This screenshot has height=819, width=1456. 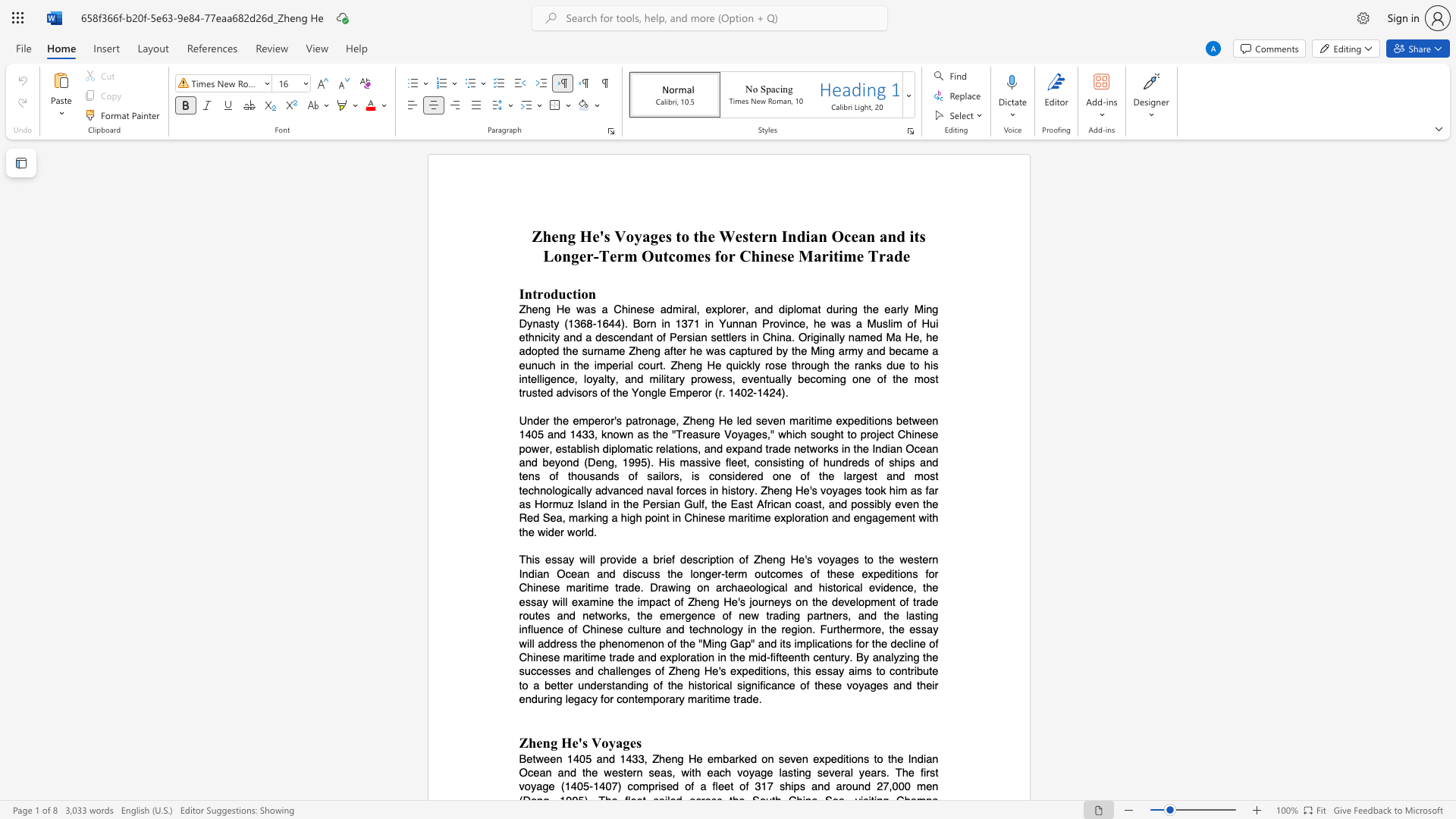 What do you see at coordinates (716, 309) in the screenshot?
I see `the subset text "plorer, and diplomat during the early Ming Dynasty (1368-1644). Born in 1371 in Yunnan Province, he was a Muslim o" within the text "Zheng He was a Chinese admiral, explorer, and diplomat during the early Ming Dynasty (1368-1644). Born in 1371 in Yunnan Province, he was a Muslim of Hui ethnicity and a descendant of Persian settlers in China. Originally named Ma He, he adopted the surname Zheng after he was captured by the Ming army and became a eunuch in the imperial court. Zheng He quickly rose through the ranks due to his intelligence, loyalty, and military prowess, eventually becoming one of the most trusted advisors of the Yongle Emperor (r. 1402-1424)."` at bounding box center [716, 309].